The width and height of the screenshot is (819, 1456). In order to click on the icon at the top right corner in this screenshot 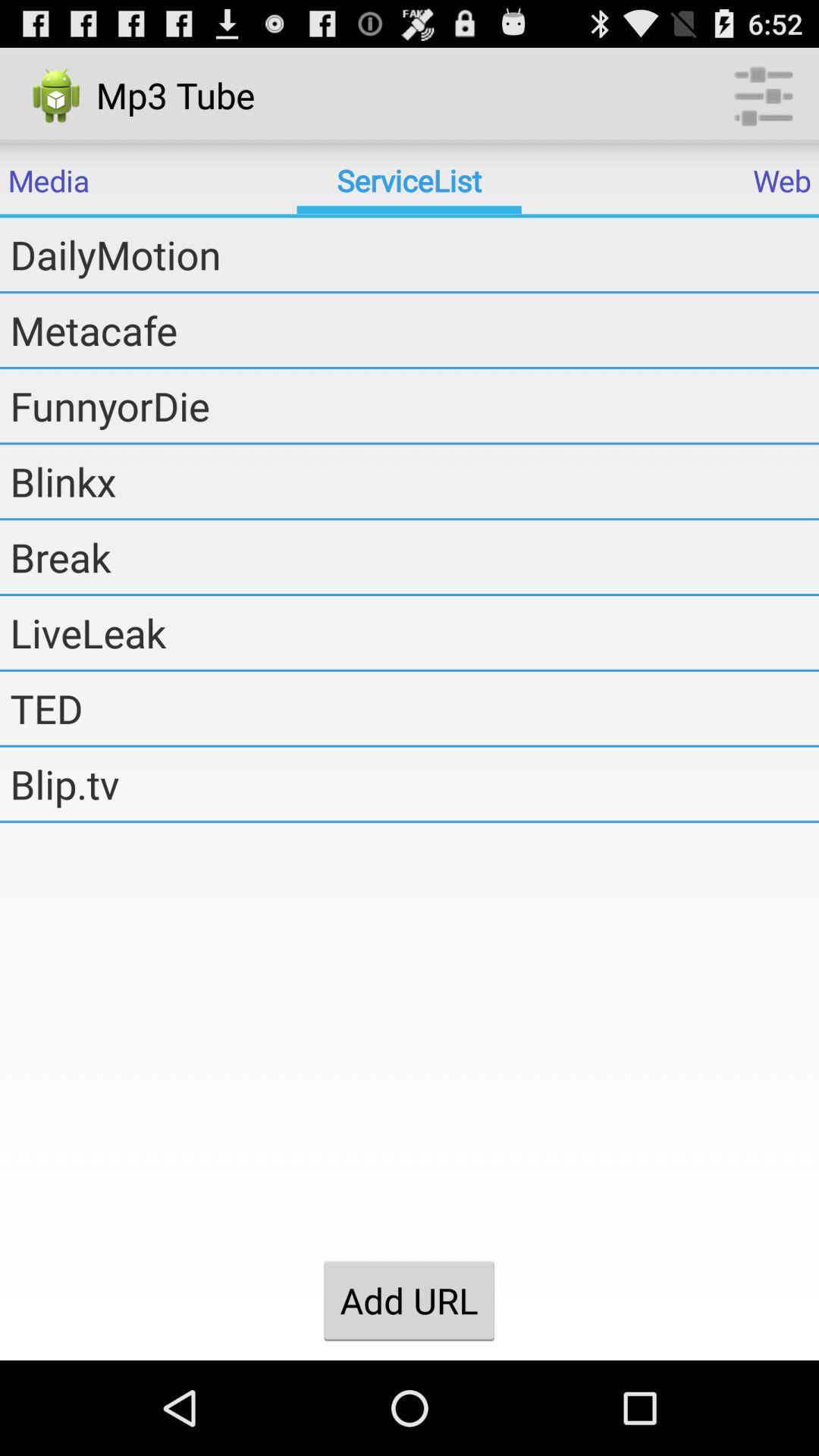, I will do `click(763, 94)`.